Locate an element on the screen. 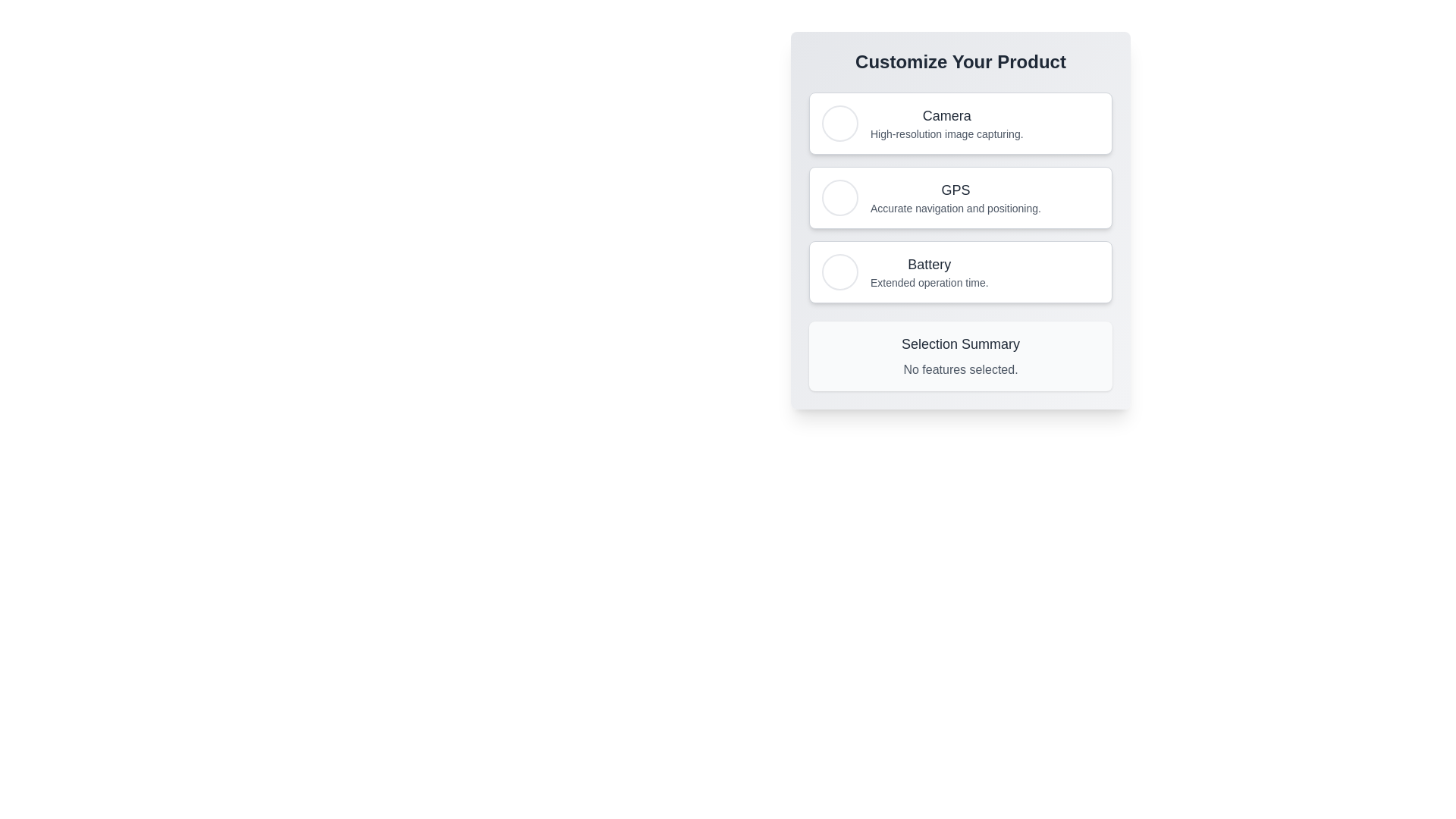 This screenshot has height=819, width=1456. the first selectable option for enabling high-resolution image capturing, located at the top of the list above 'GPS' and 'Battery' is located at coordinates (960, 122).